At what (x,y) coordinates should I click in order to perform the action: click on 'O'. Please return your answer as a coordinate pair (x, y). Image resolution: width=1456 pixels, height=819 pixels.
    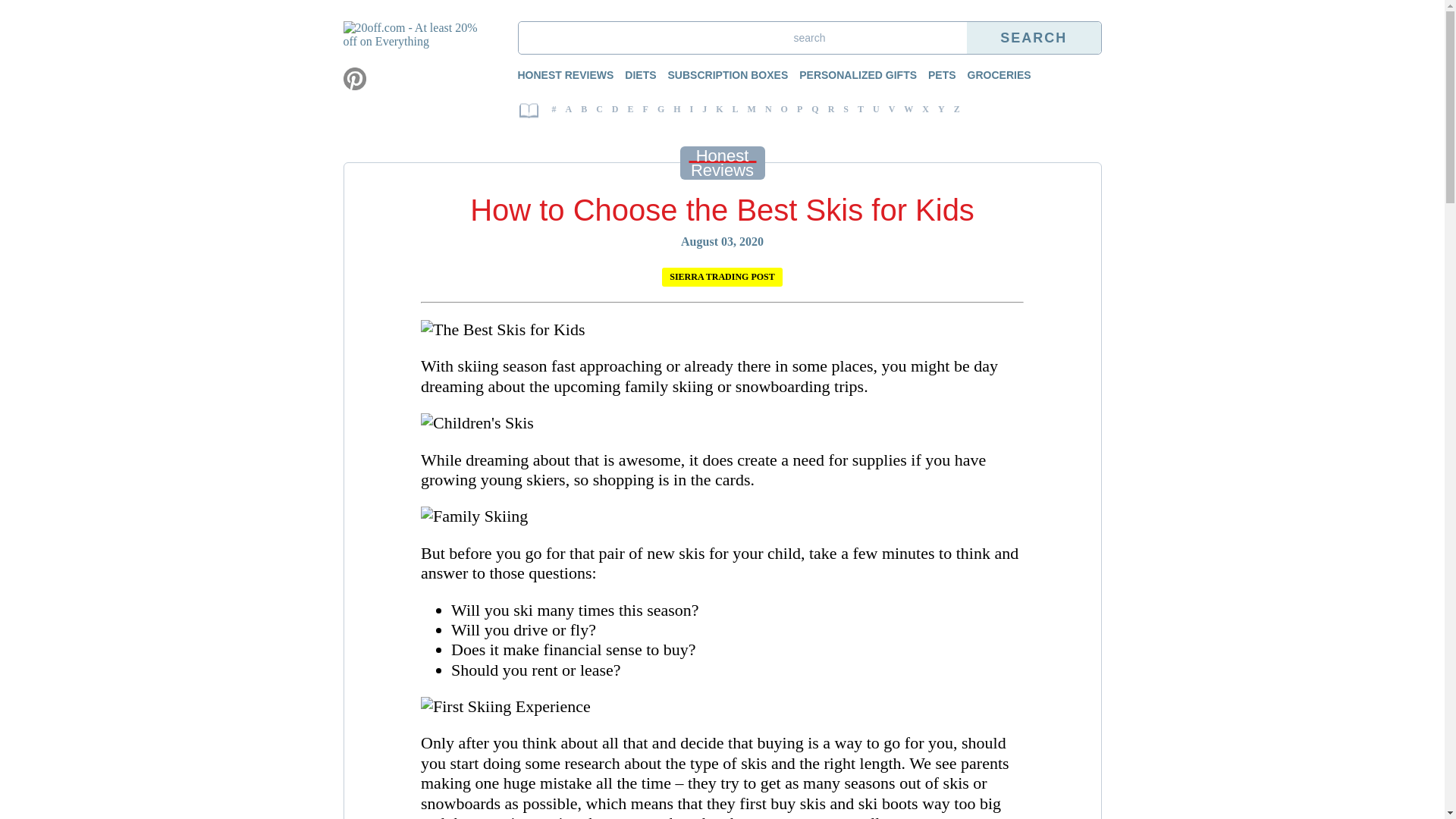
    Looking at the image, I should click on (784, 108).